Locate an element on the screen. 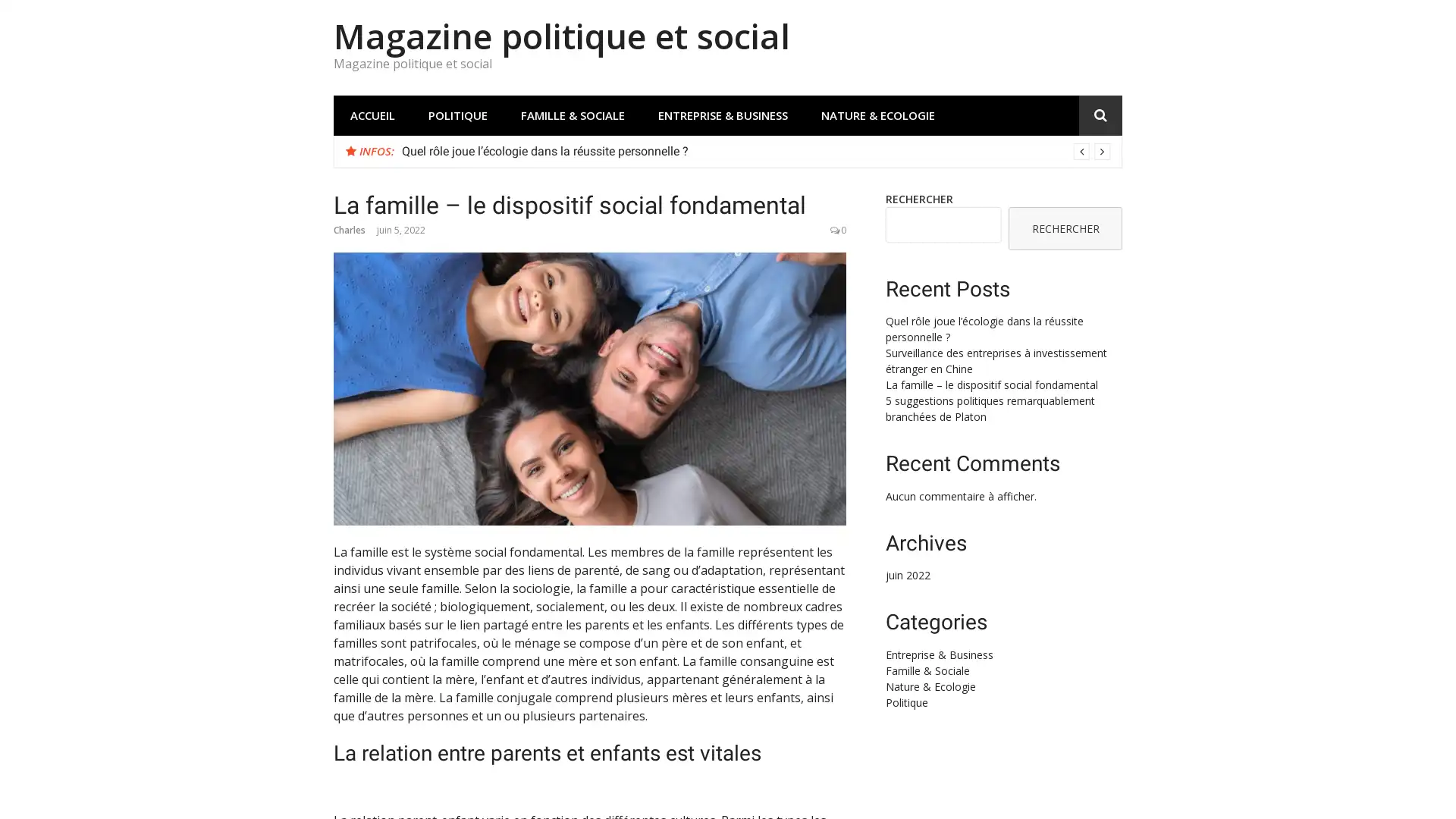 The width and height of the screenshot is (1456, 819). RECHERCHER is located at coordinates (1065, 227).